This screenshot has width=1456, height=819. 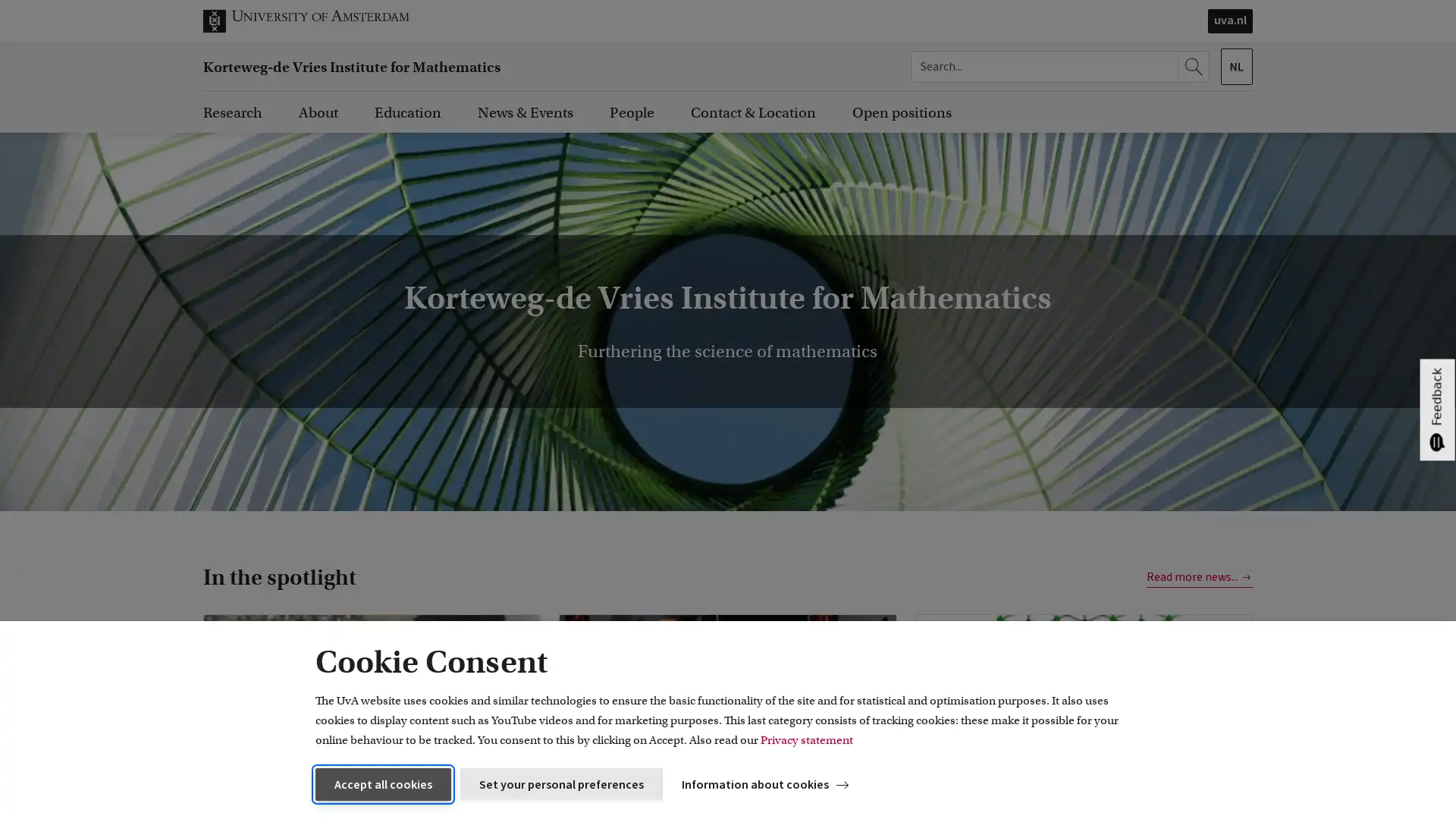 I want to click on Information about cookies, so click(x=767, y=784).